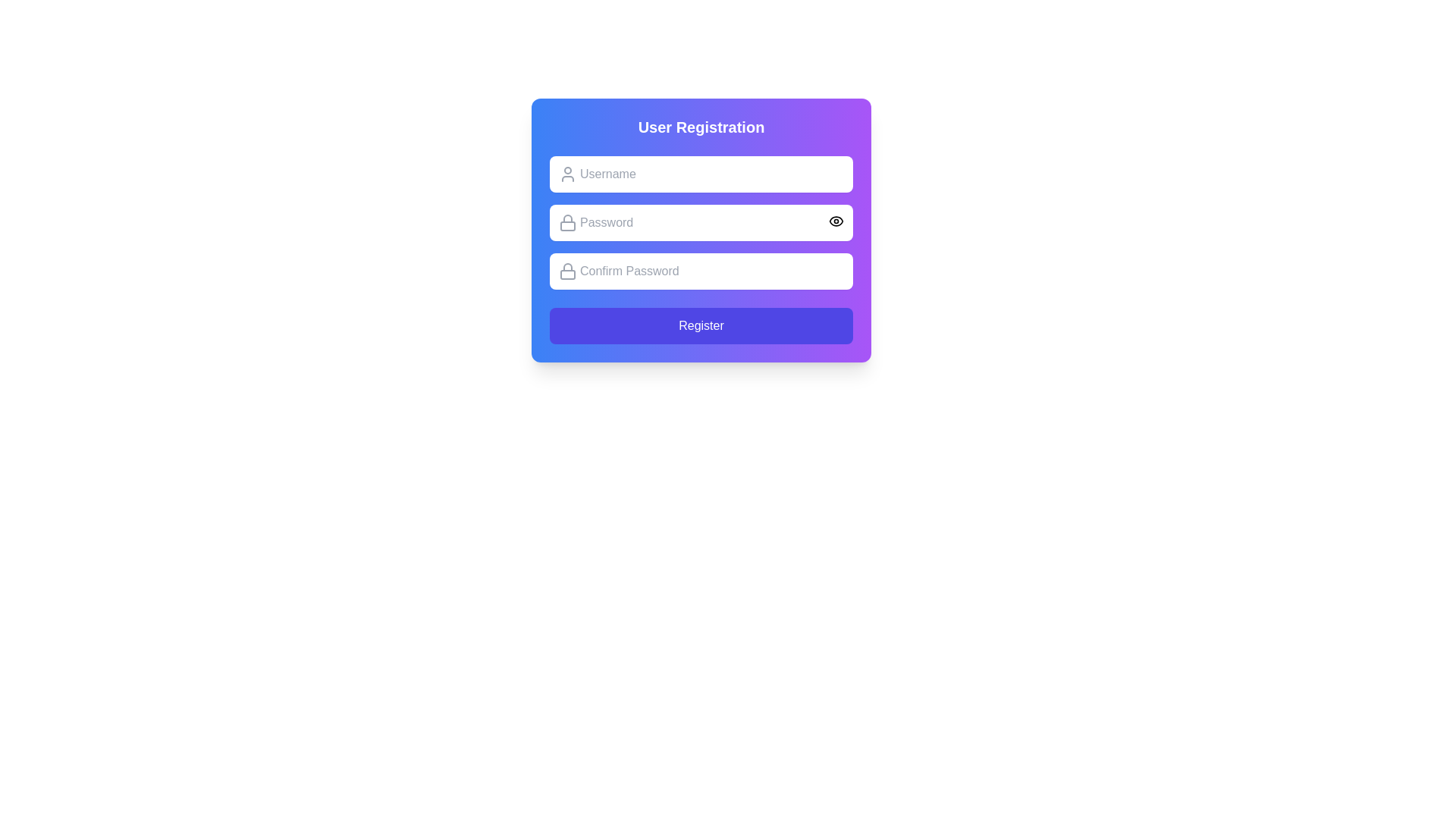  I want to click on the 'Register' button located at the bottom of the 'User Registration' section to observe the hover effect, so click(701, 325).